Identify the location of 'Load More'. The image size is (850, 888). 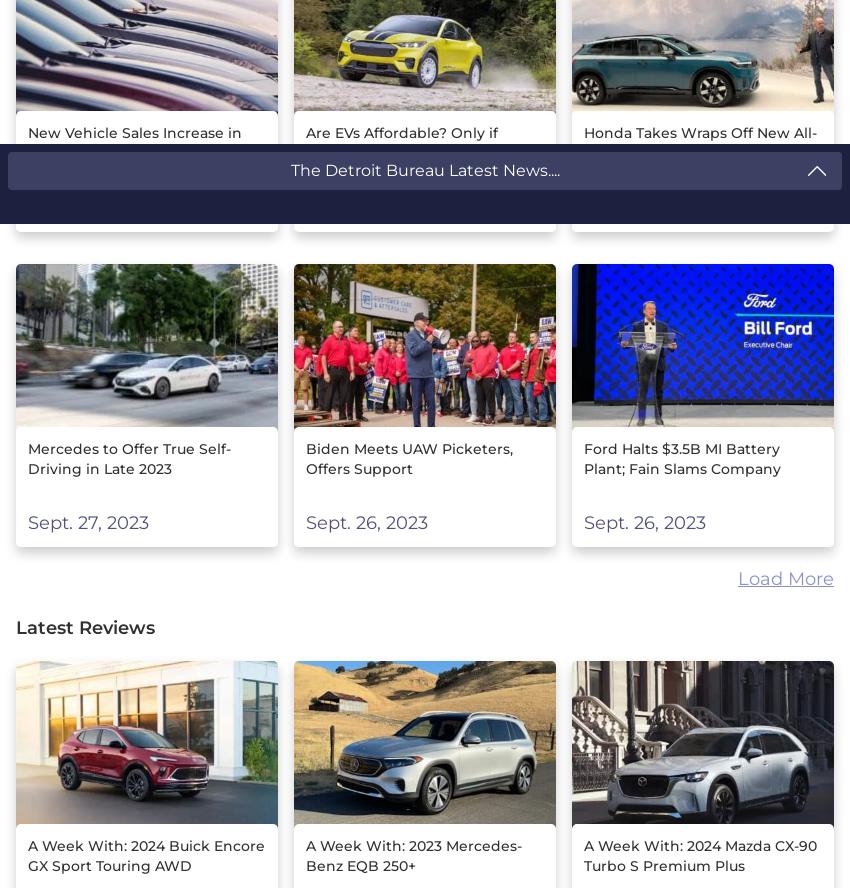
(784, 578).